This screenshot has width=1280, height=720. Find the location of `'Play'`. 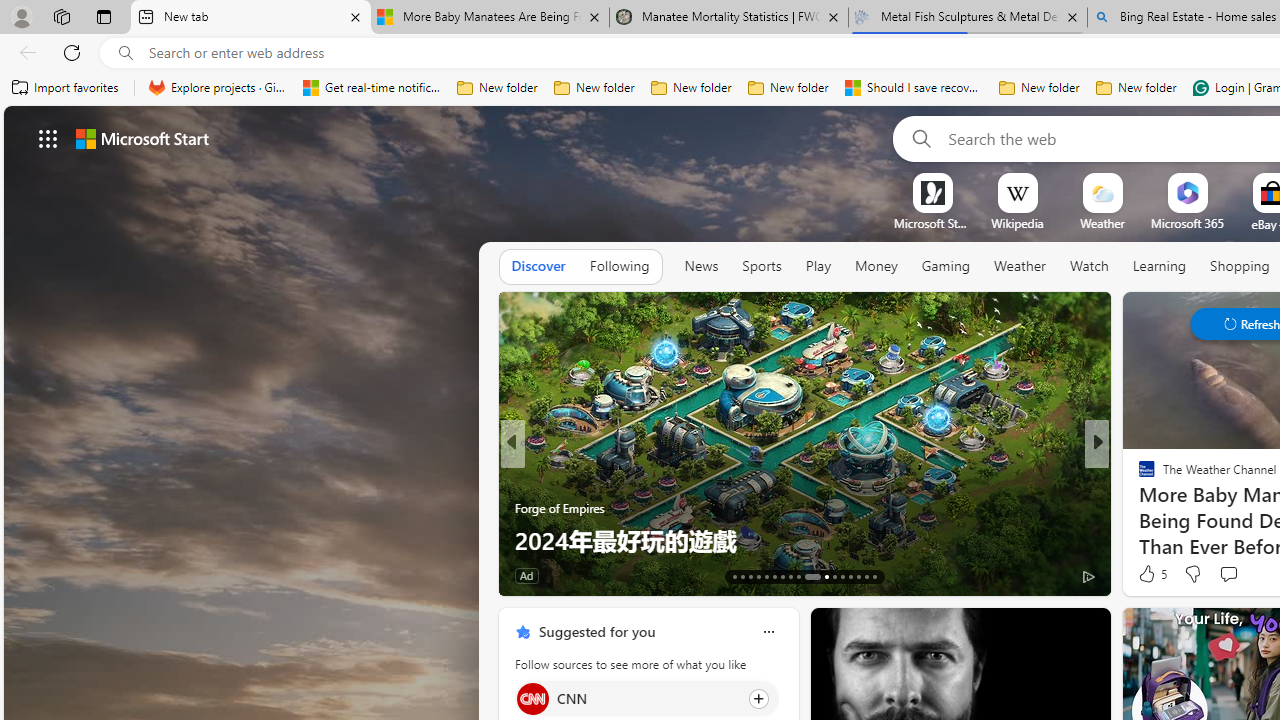

'Play' is located at coordinates (817, 265).